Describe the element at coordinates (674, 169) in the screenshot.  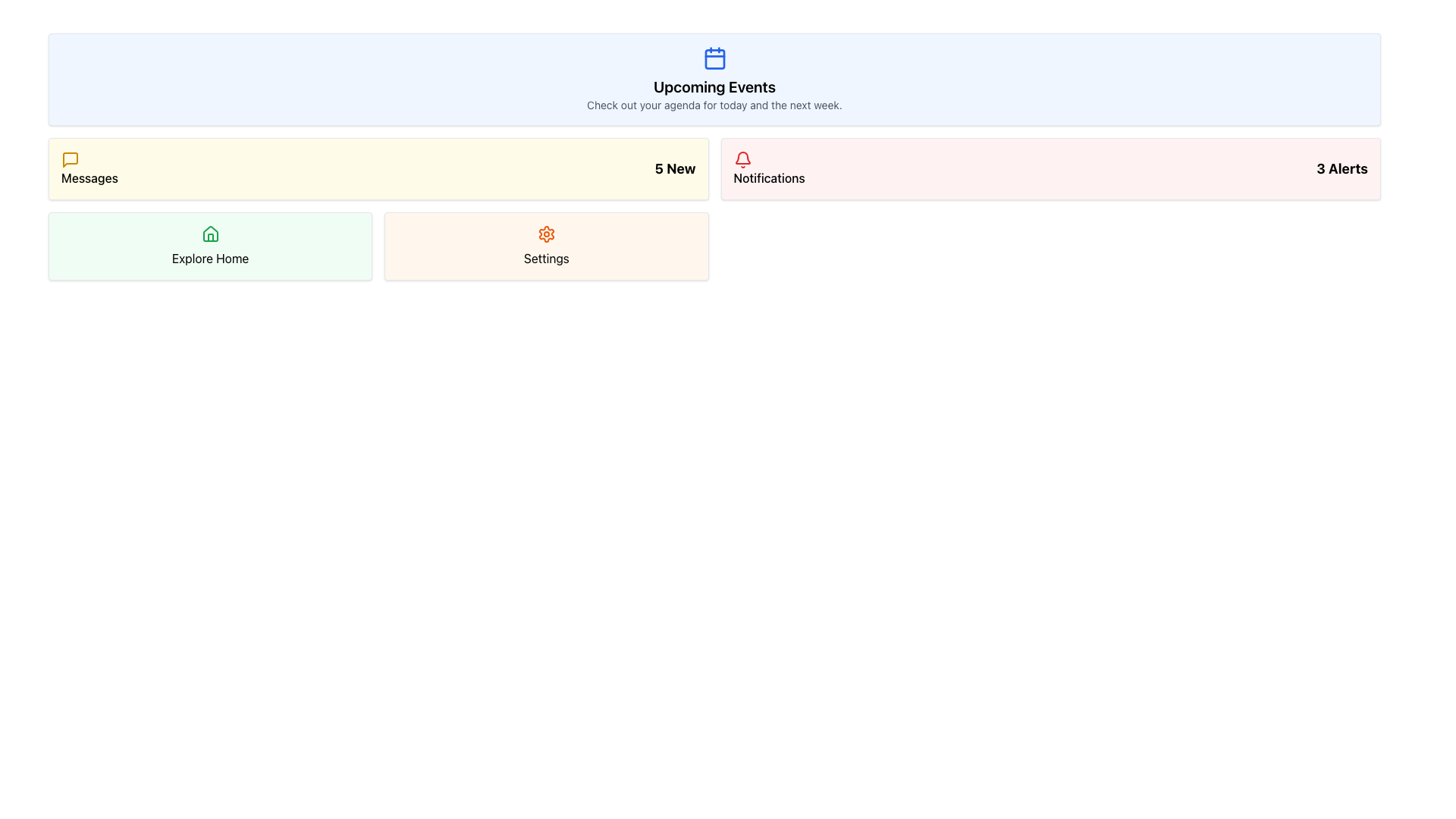
I see `text content of the element displaying '5 New' in bold font, located on the right end of the 'Messages' card with a yellow background` at that location.